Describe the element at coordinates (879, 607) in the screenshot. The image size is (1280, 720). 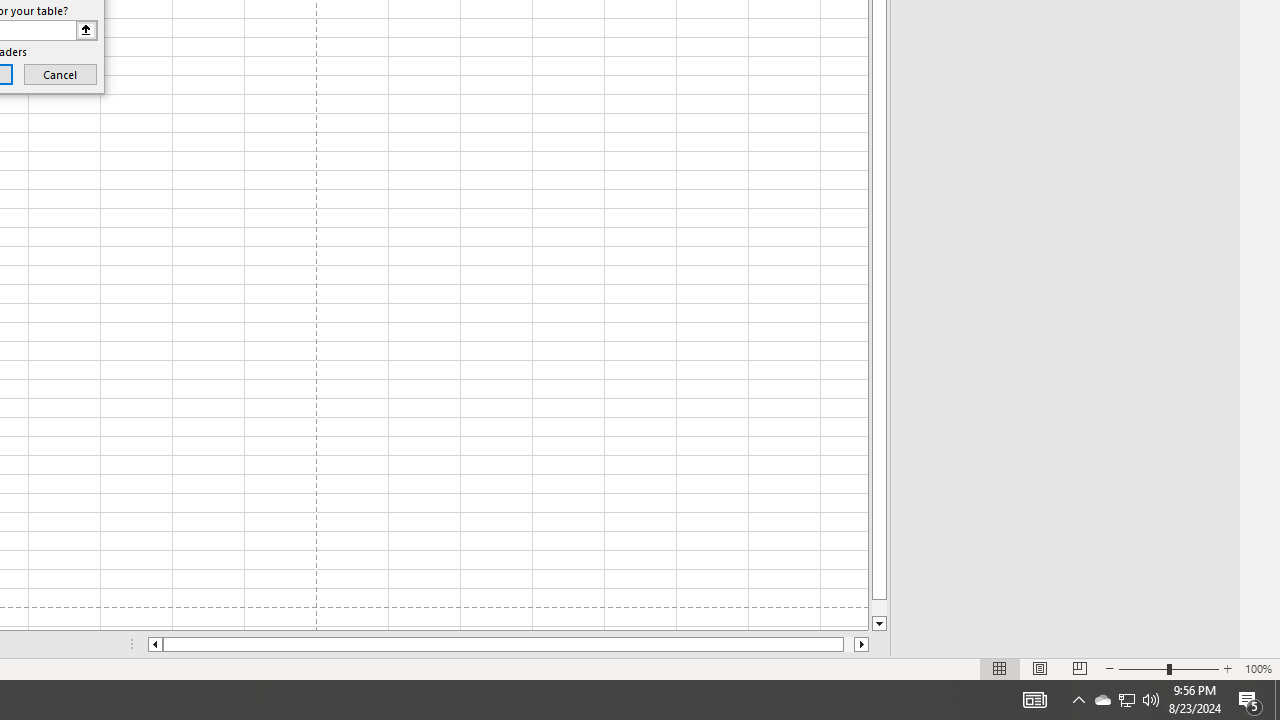
I see `'Page down'` at that location.